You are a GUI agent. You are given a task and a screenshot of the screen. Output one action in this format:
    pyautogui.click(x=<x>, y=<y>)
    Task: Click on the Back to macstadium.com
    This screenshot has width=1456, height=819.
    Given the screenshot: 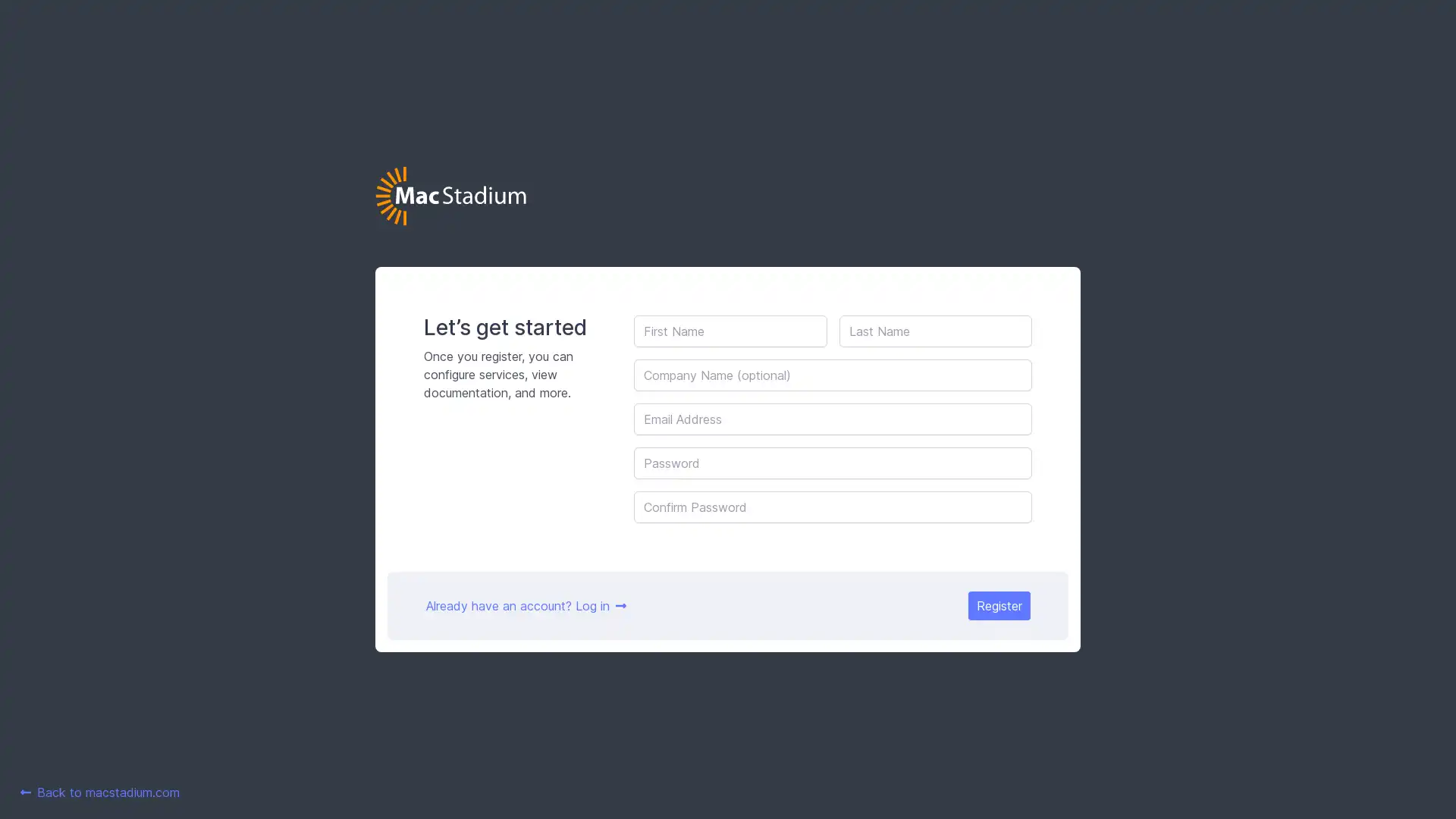 What is the action you would take?
    pyautogui.click(x=99, y=792)
    